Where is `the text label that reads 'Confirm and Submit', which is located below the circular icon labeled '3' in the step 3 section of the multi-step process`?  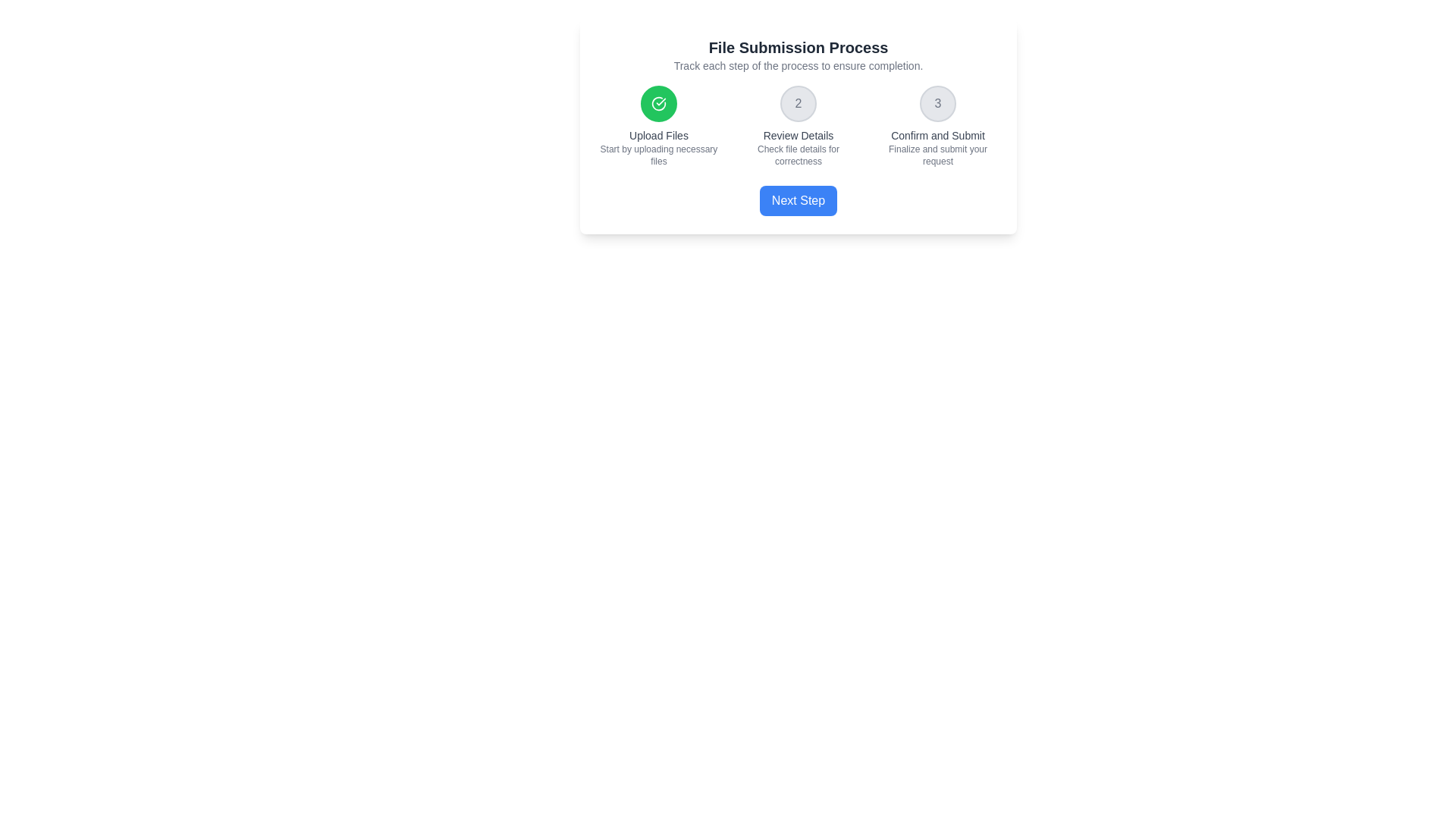 the text label that reads 'Confirm and Submit', which is located below the circular icon labeled '3' in the step 3 section of the multi-step process is located at coordinates (937, 134).